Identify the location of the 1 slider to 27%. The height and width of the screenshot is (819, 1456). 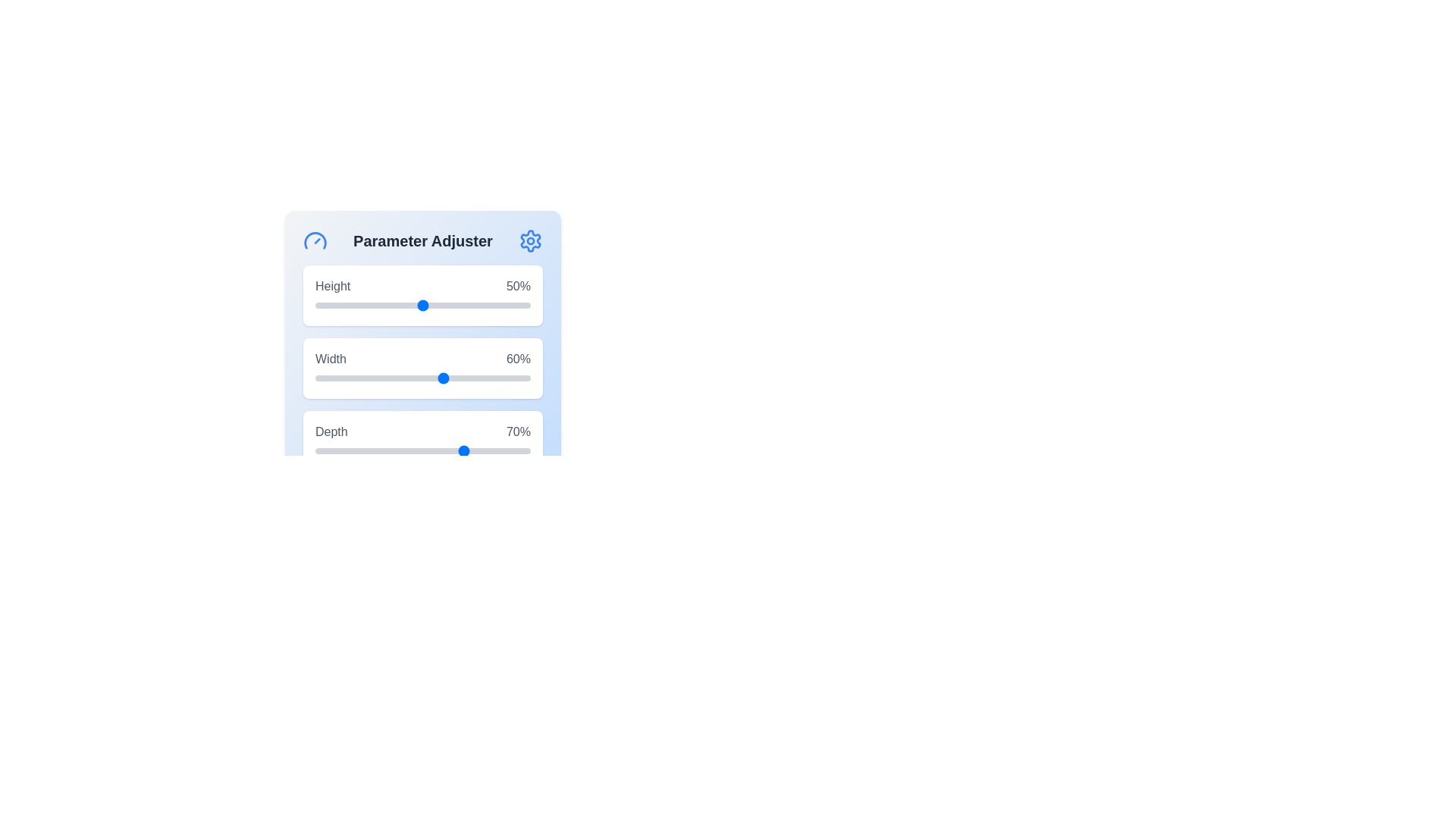
(373, 377).